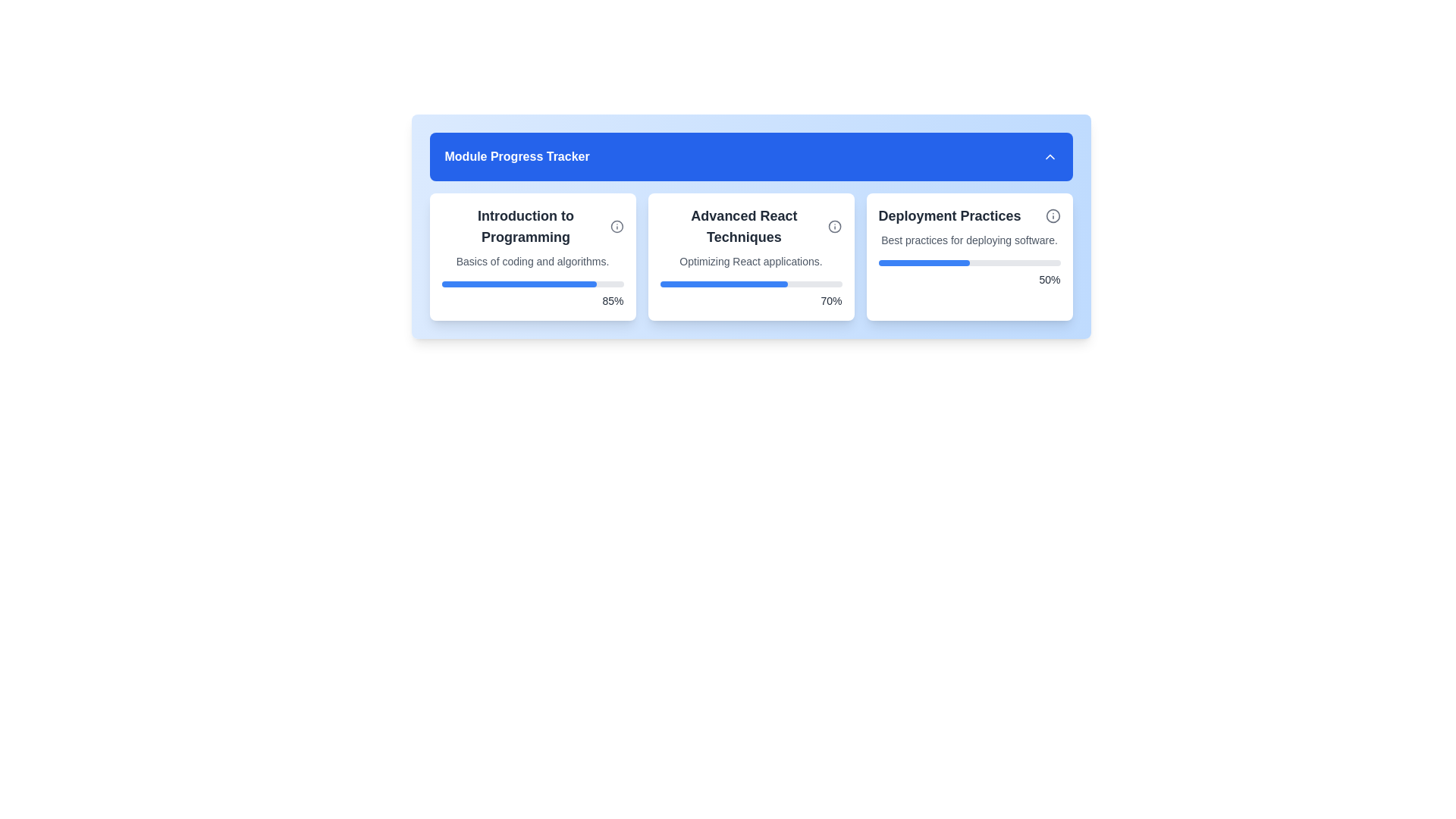 This screenshot has width=1456, height=819. Describe the element at coordinates (1052, 216) in the screenshot. I see `the information icon styled in a circular frame with a hollow center, located on the right side of the 'Deployment Practices' headline` at that location.